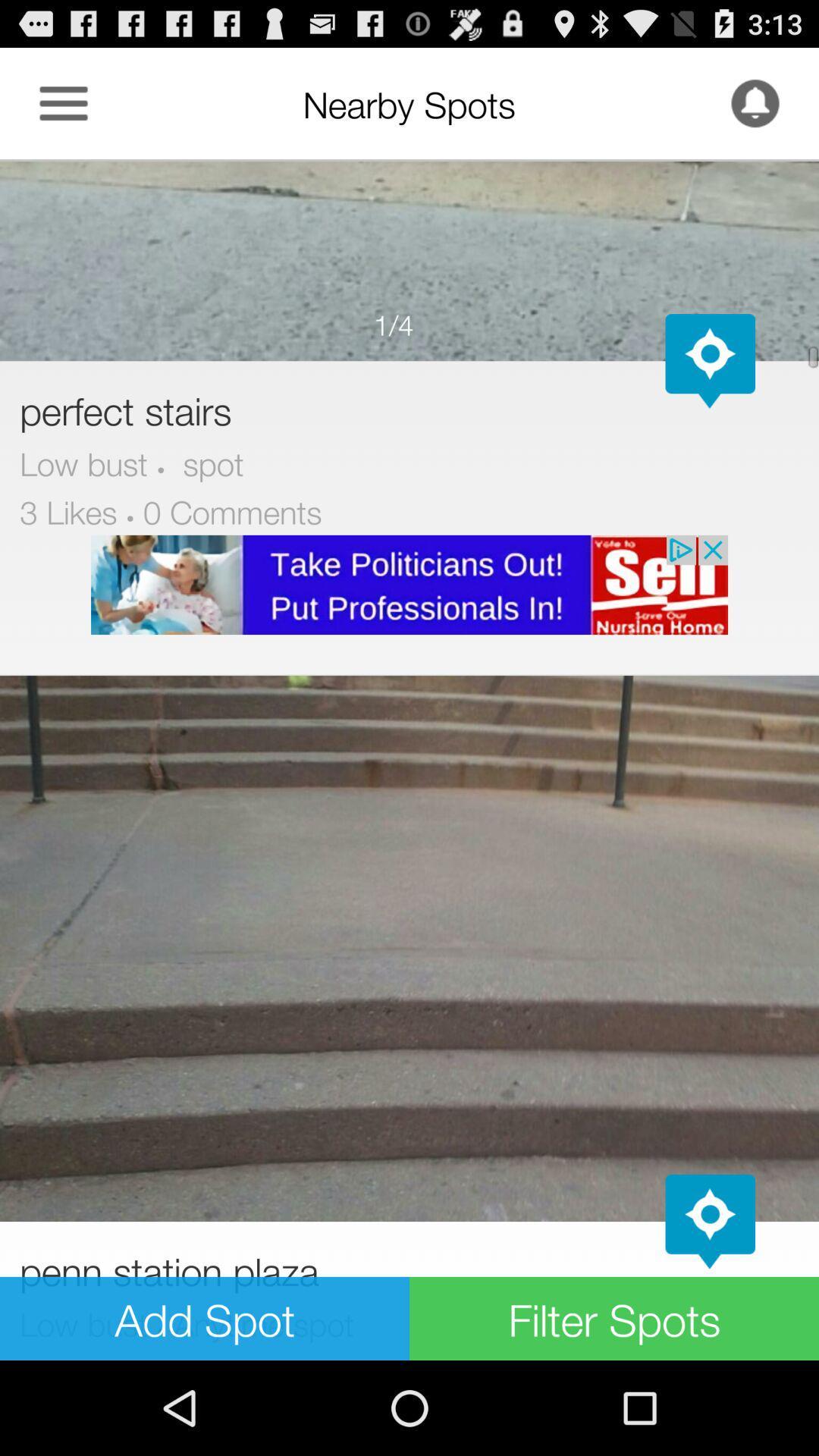 This screenshot has height=1456, width=819. Describe the element at coordinates (710, 1222) in the screenshot. I see `map` at that location.